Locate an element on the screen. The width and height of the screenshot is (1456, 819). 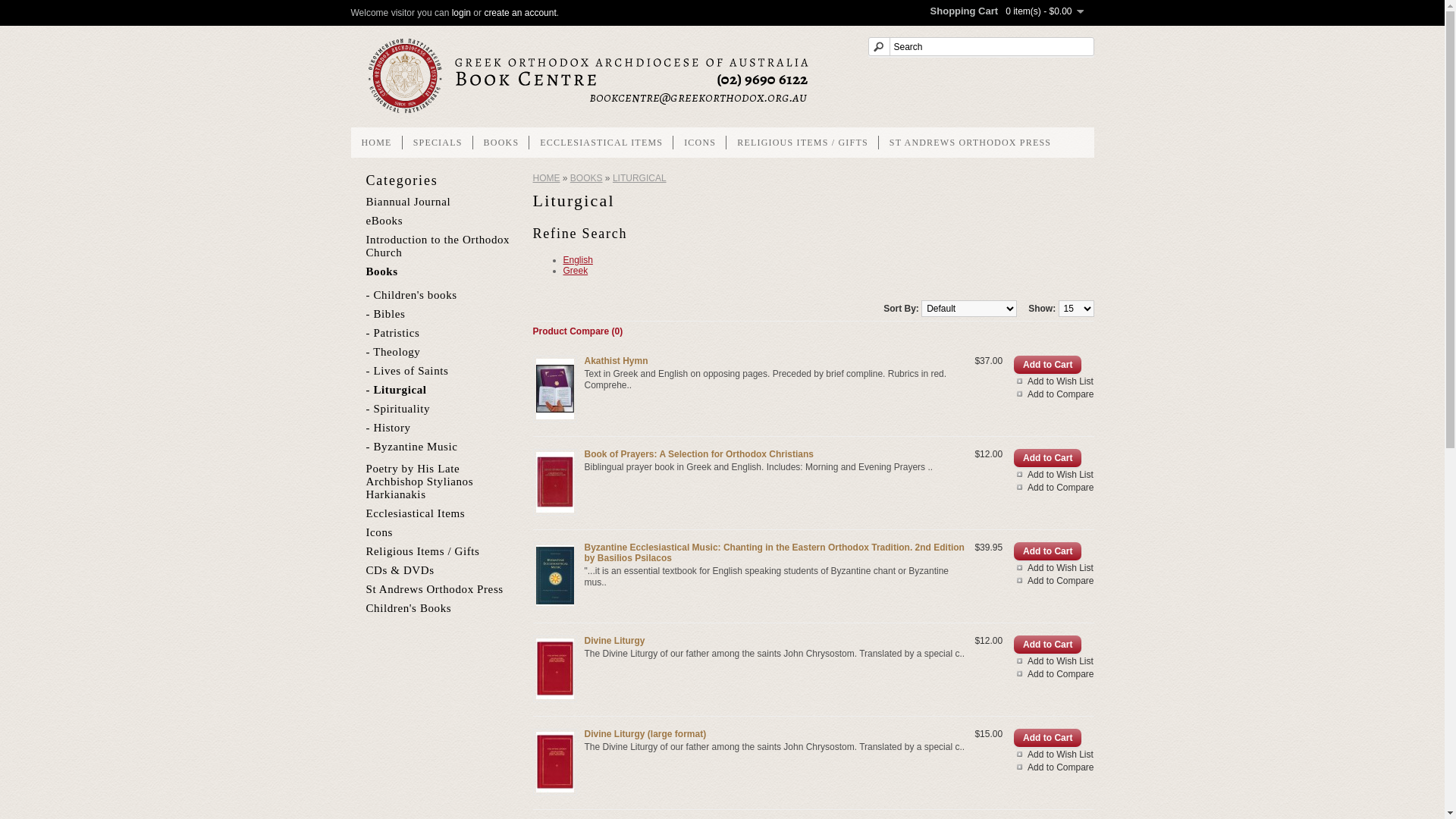
'Product Compare (0)' is located at coordinates (532, 330).